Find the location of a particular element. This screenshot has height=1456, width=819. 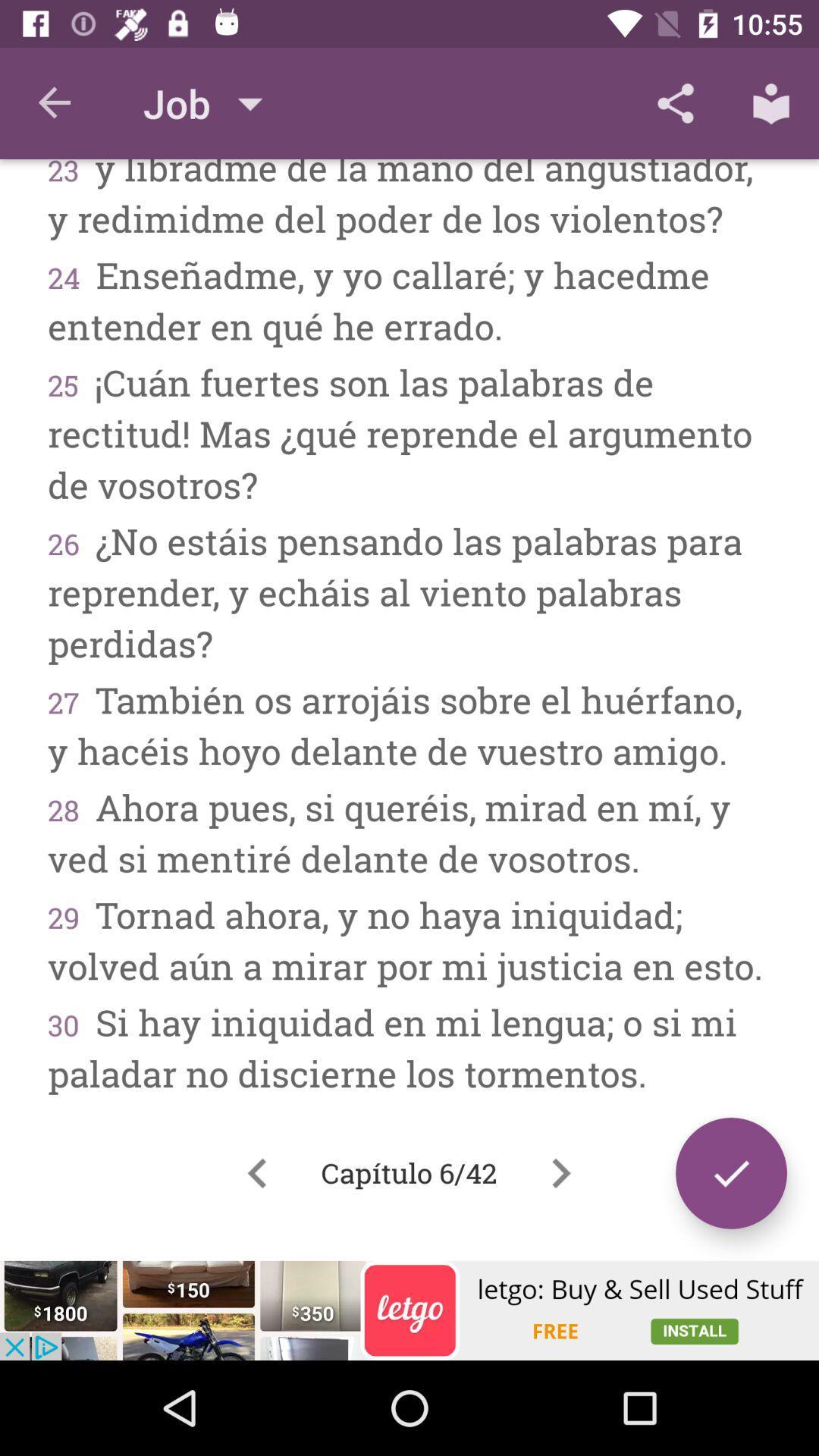

the icon below 30 si hay is located at coordinates (256, 1172).